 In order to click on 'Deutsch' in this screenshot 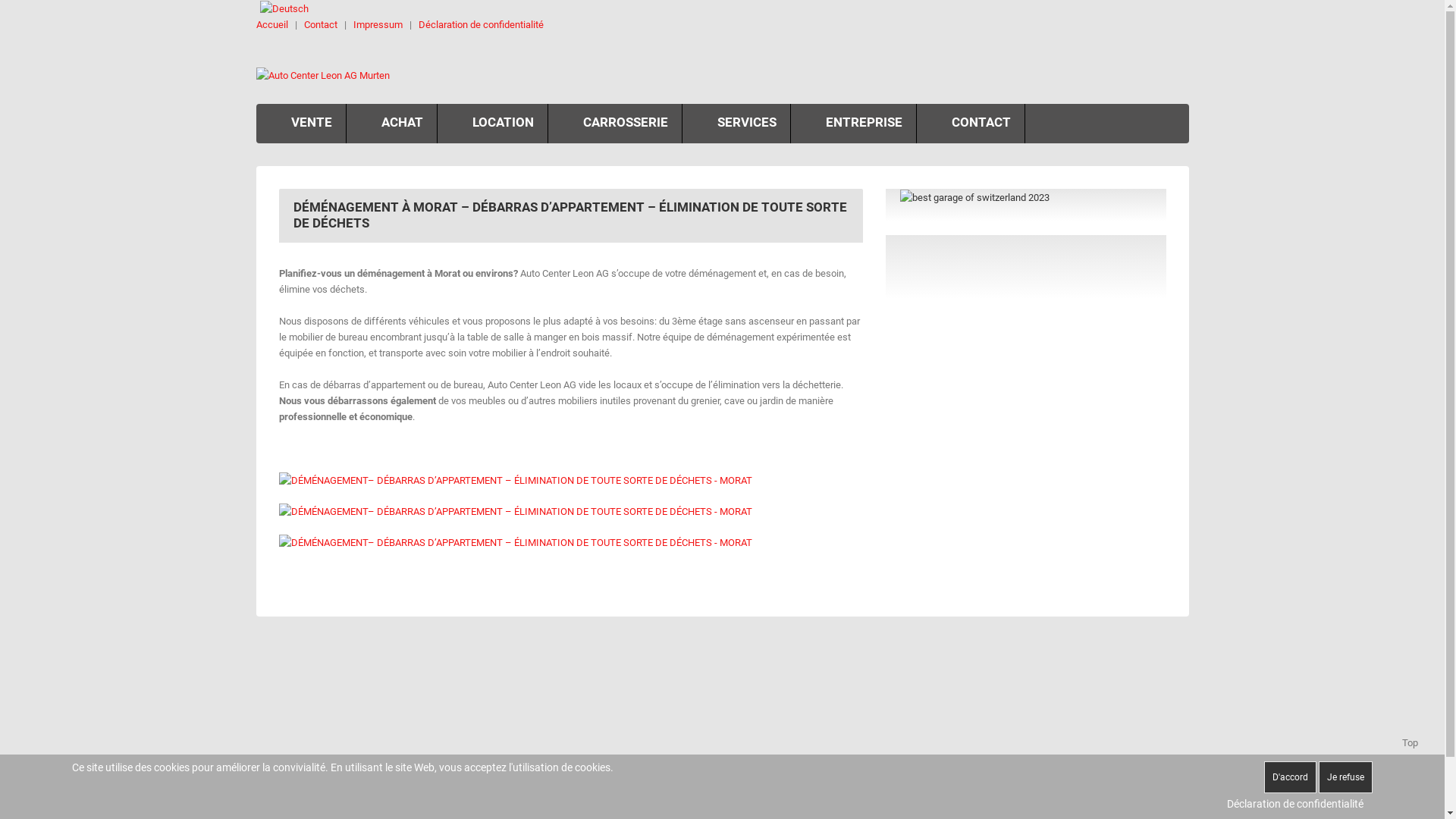, I will do `click(284, 8)`.